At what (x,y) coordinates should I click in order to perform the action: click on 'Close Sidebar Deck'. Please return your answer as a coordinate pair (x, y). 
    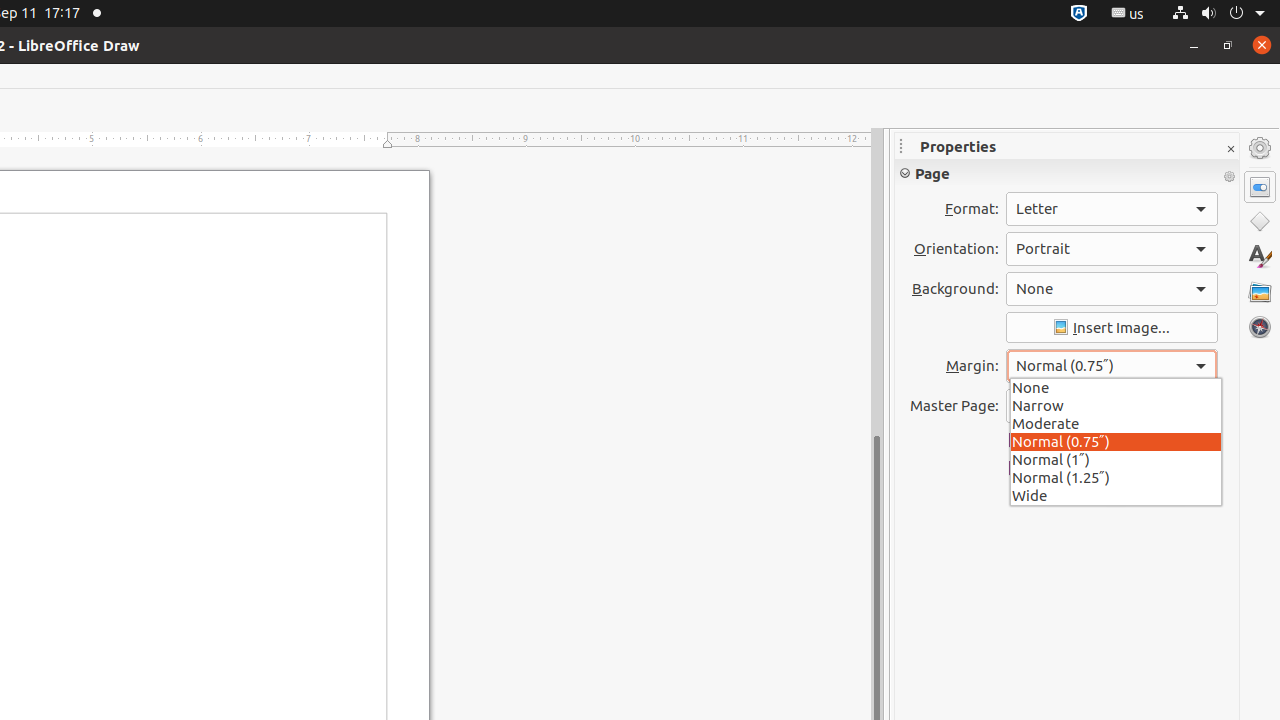
    Looking at the image, I should click on (1229, 148).